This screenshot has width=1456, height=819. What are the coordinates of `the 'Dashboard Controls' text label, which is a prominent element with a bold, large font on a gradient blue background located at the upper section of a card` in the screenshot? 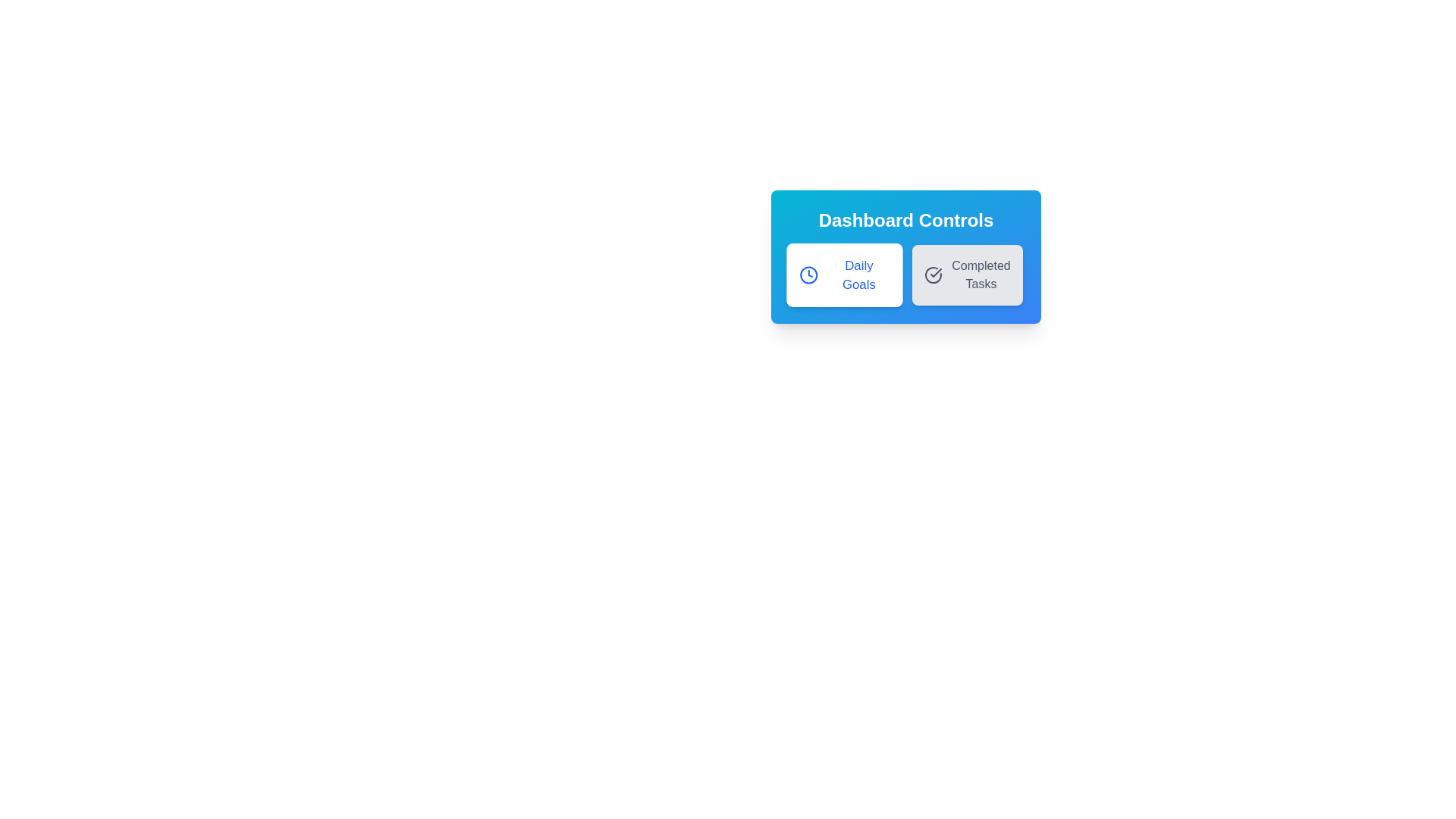 It's located at (906, 220).